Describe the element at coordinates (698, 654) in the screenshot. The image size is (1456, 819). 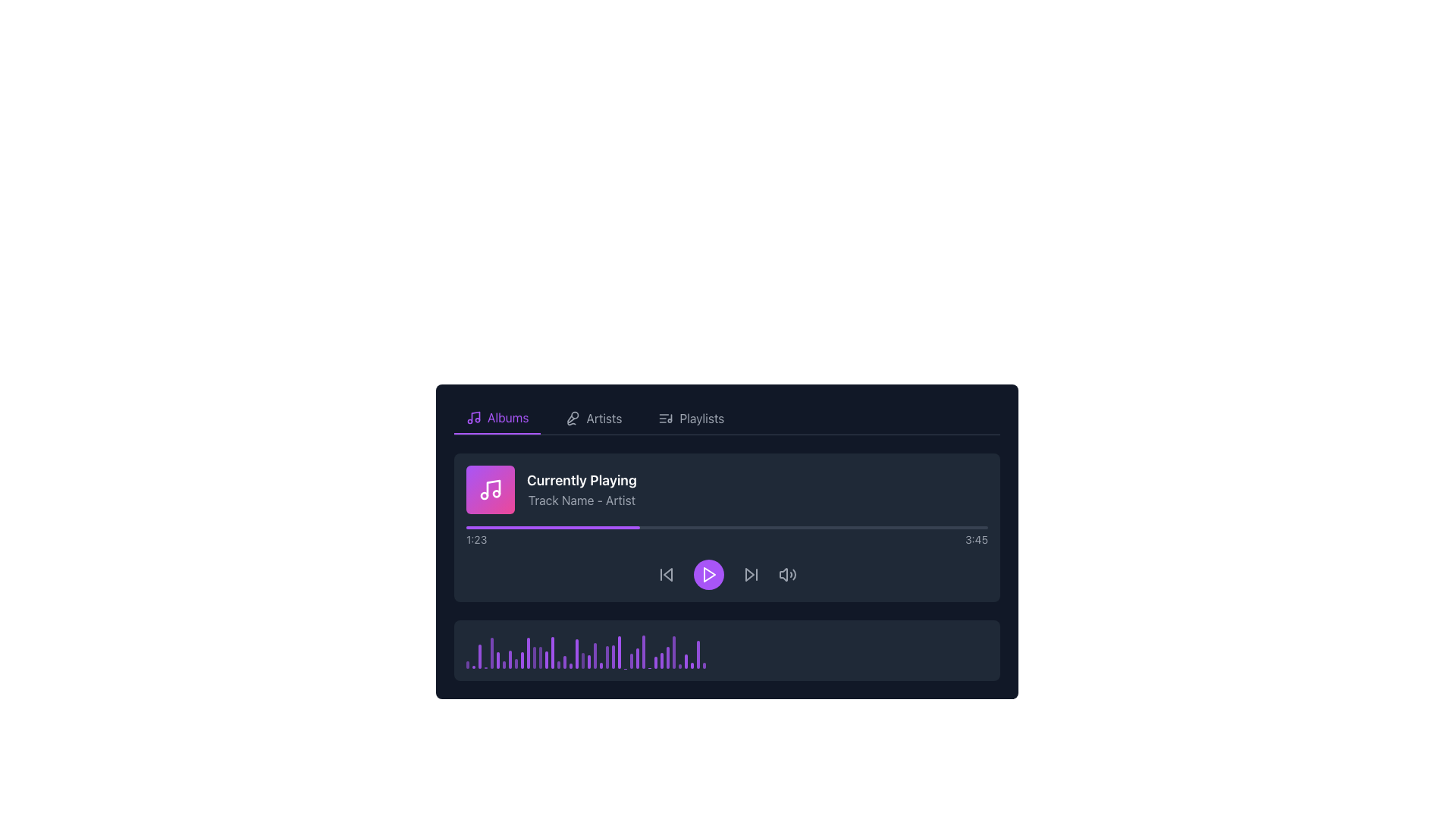
I see `the graphical bar element that visually represents audio or media playback data, located at the lower section of the interface beneath the playback controls` at that location.